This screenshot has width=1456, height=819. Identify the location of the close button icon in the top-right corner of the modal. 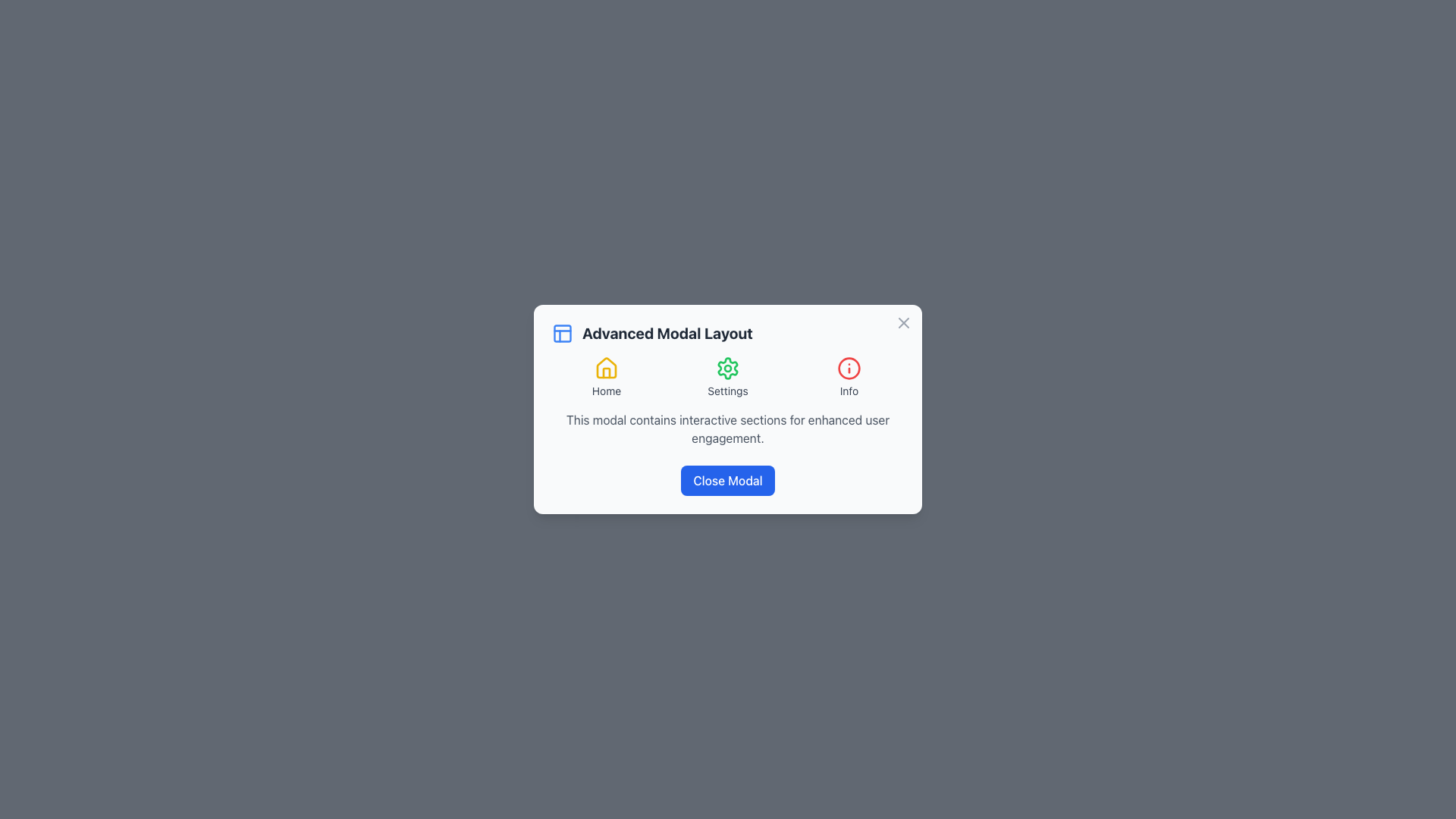
(903, 322).